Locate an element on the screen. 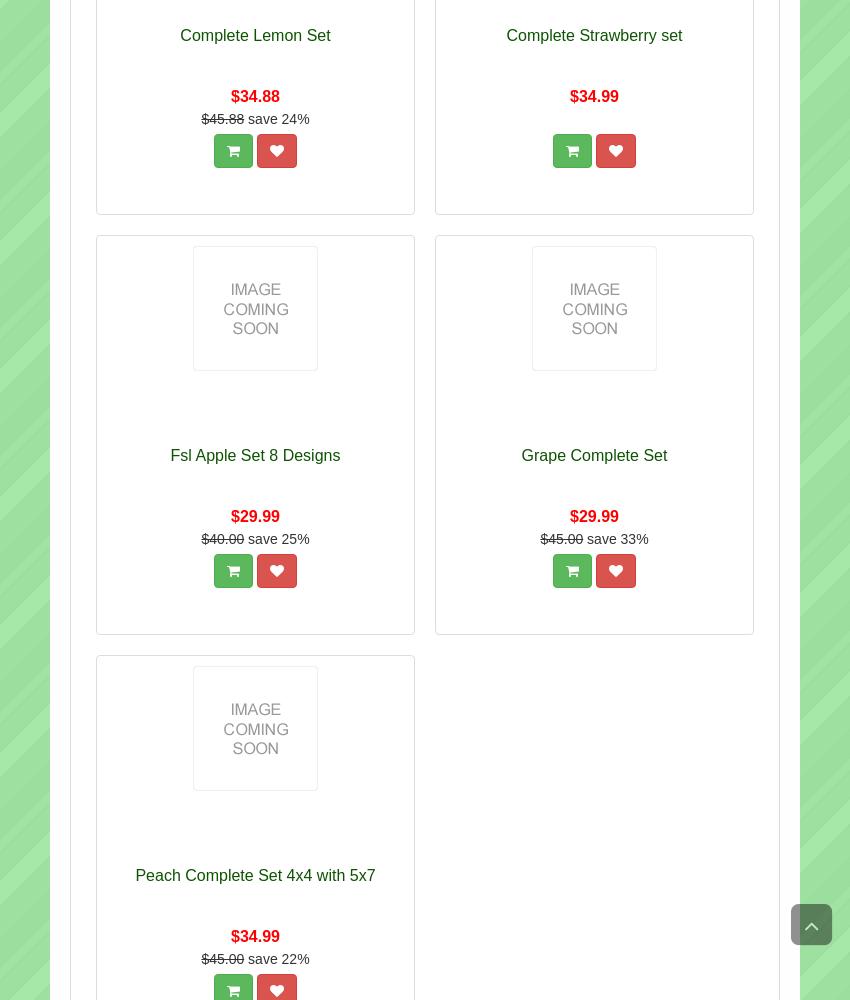 The image size is (850, 1000). 'Fsl Apple Set 8 Designs' is located at coordinates (255, 454).